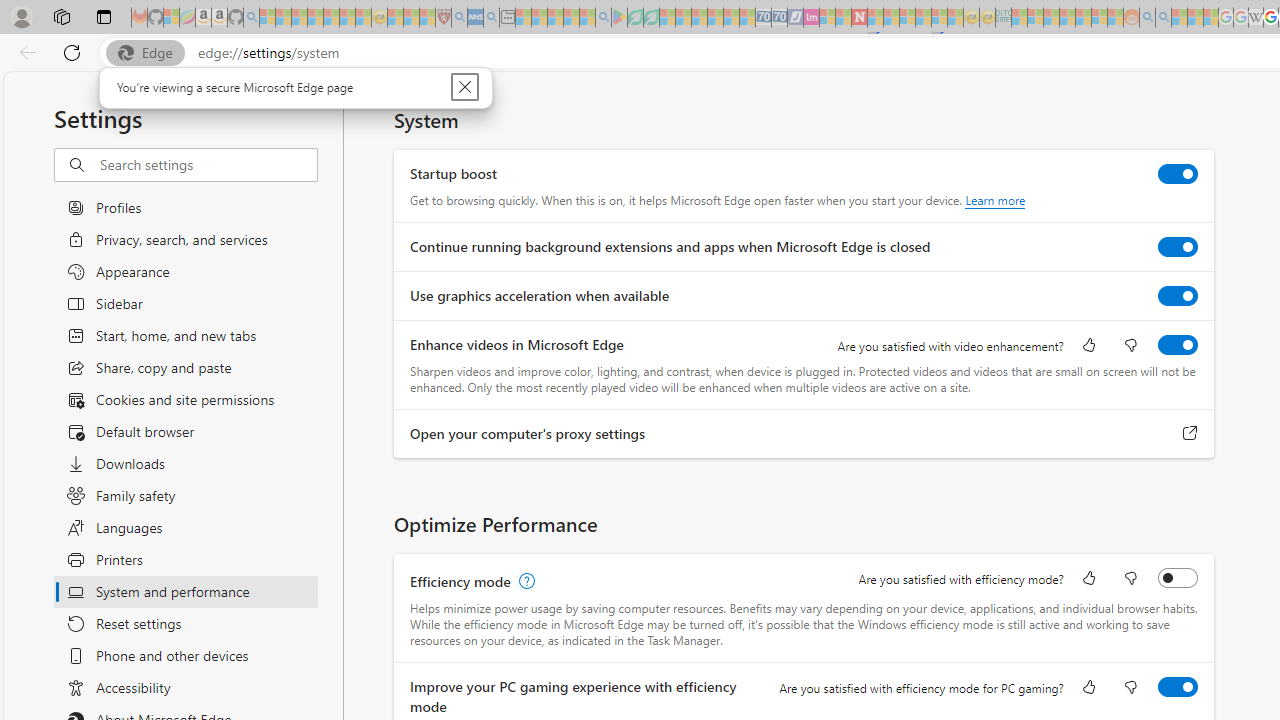 This screenshot has width=1280, height=720. What do you see at coordinates (811, 17) in the screenshot?
I see `'Jobs - lastminute.com Investor Portal - Sleeping'` at bounding box center [811, 17].